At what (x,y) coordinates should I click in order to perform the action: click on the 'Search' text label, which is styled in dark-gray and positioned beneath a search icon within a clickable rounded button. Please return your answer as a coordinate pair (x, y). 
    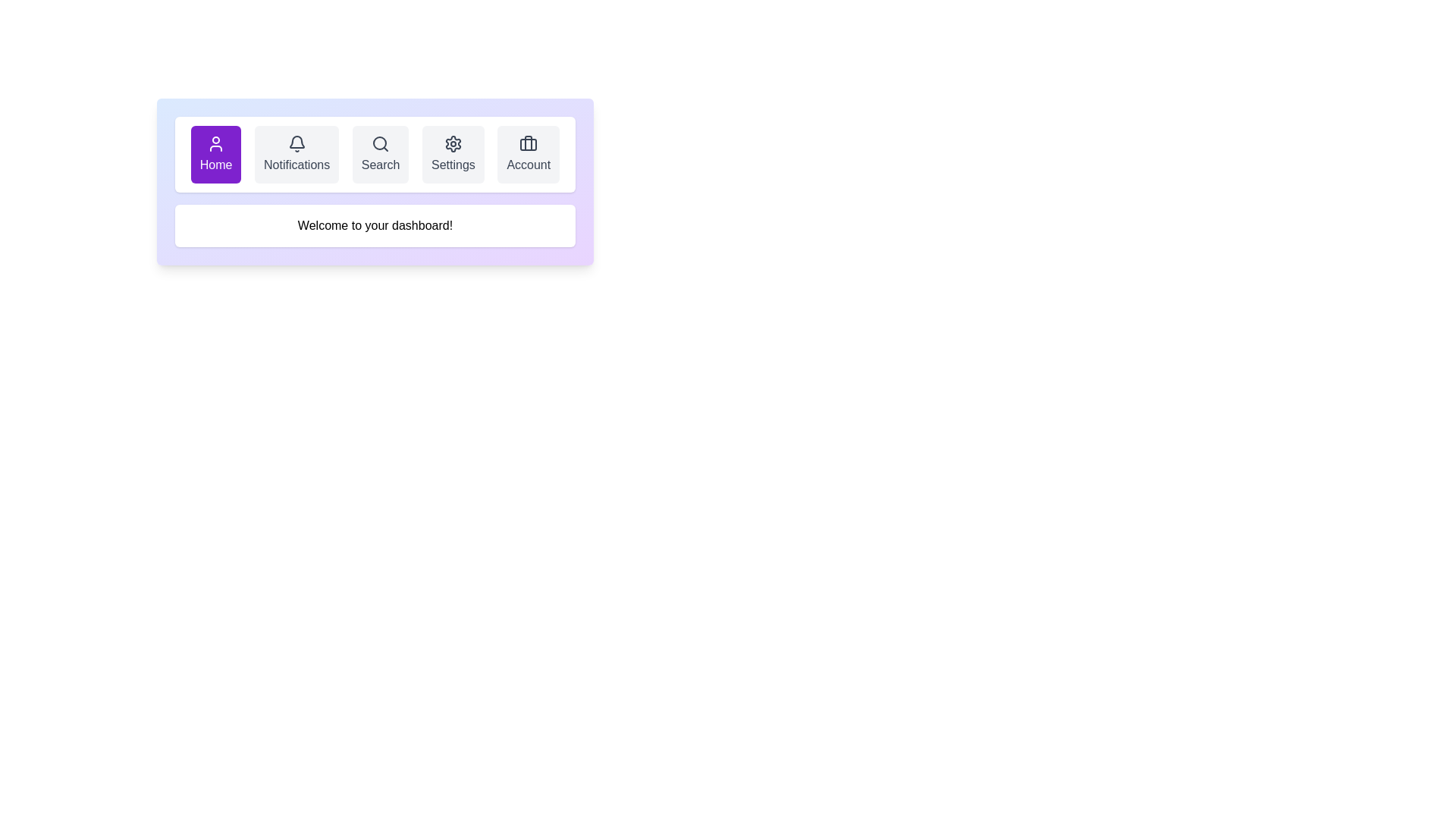
    Looking at the image, I should click on (381, 165).